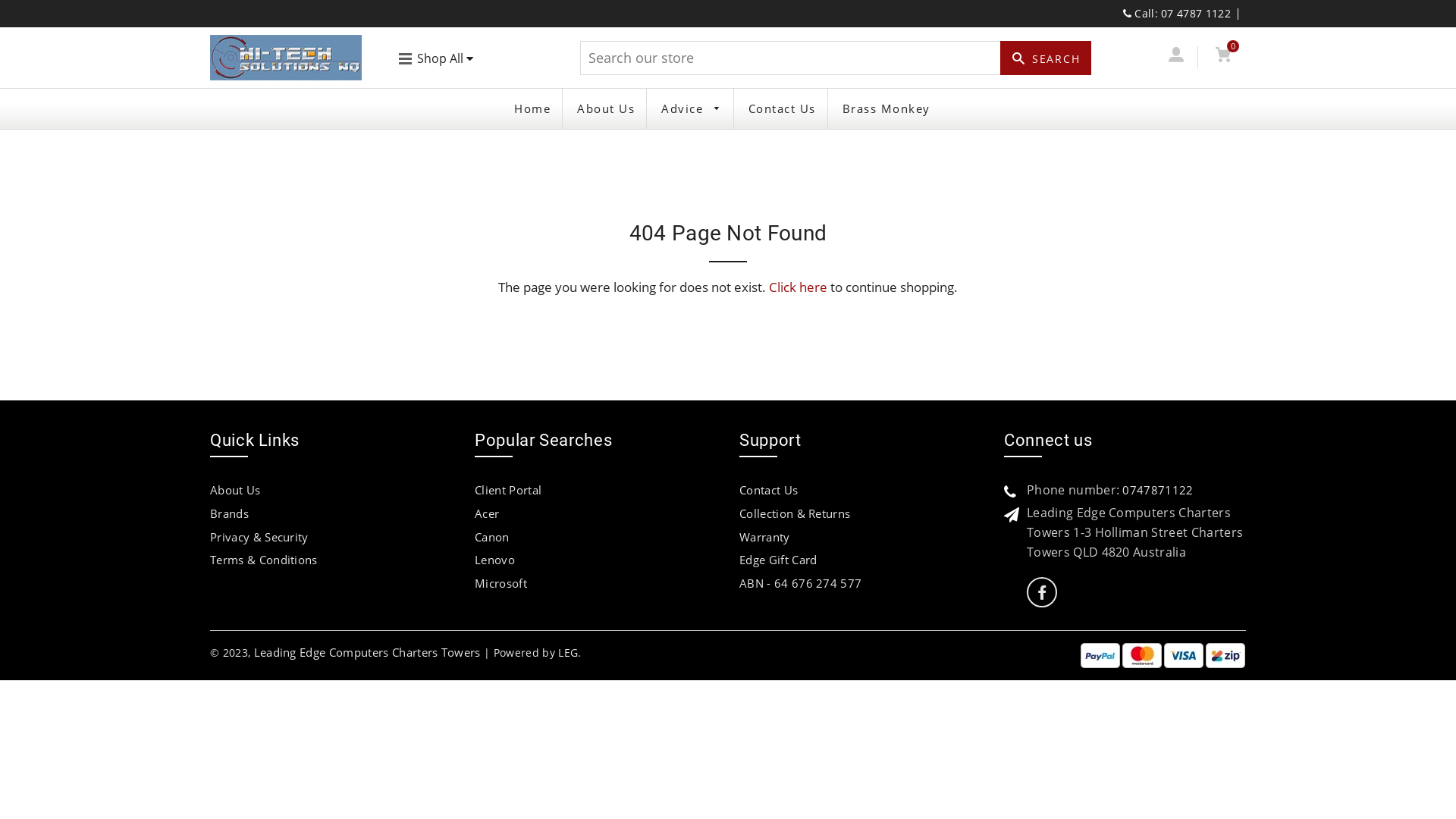 The height and width of the screenshot is (819, 1456). What do you see at coordinates (259, 536) in the screenshot?
I see `'Privacy & Security'` at bounding box center [259, 536].